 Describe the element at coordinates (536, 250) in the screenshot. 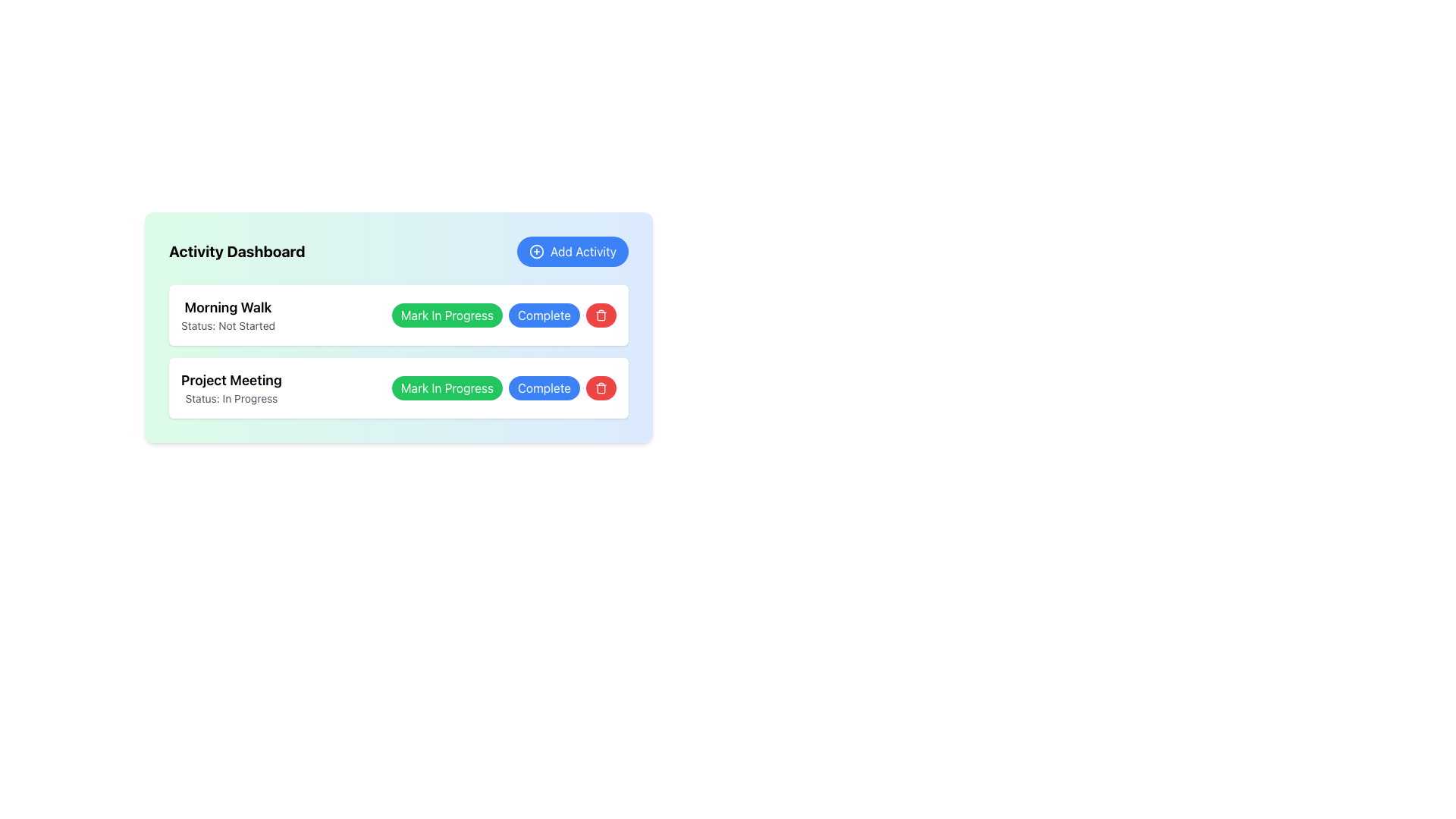

I see `the SVG circle component with a blue stroke and white background located in the upper-right corner of the 'Add Activity' button` at that location.